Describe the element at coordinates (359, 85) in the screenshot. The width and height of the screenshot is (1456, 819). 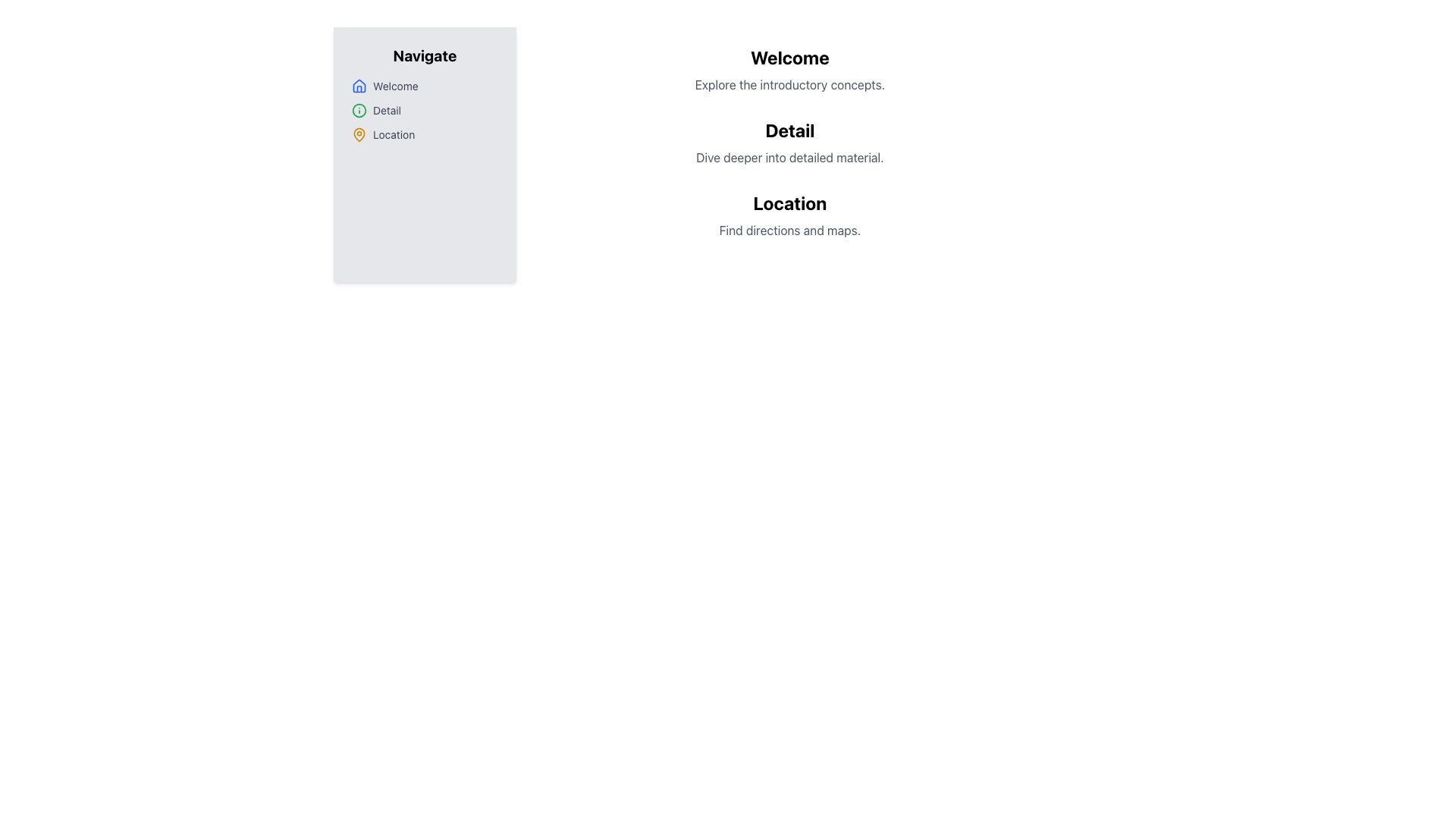
I see `the 'Welcome' icon located at the top-left corner of the vertical navigation menu` at that location.